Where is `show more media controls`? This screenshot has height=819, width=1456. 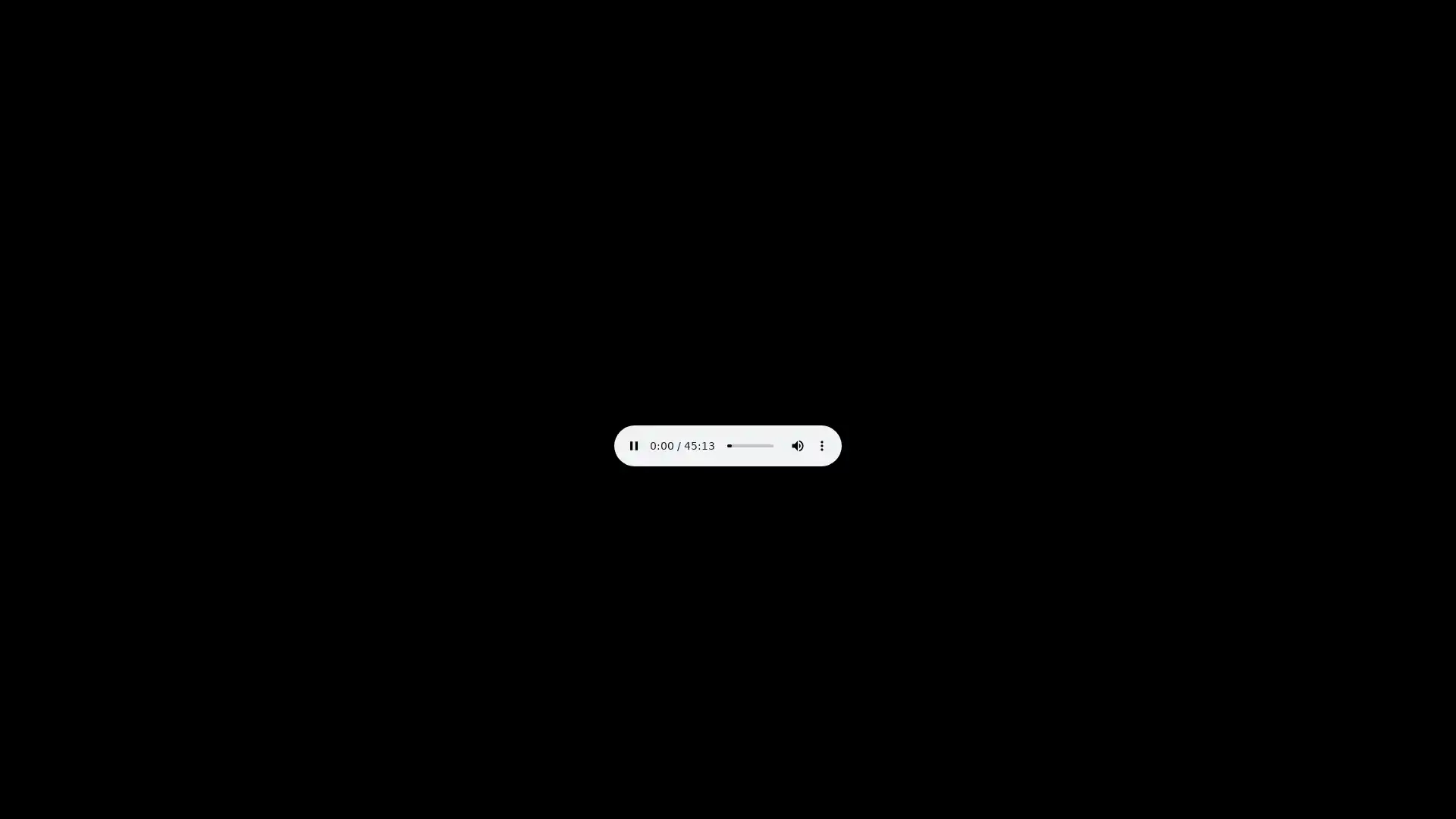
show more media controls is located at coordinates (821, 444).